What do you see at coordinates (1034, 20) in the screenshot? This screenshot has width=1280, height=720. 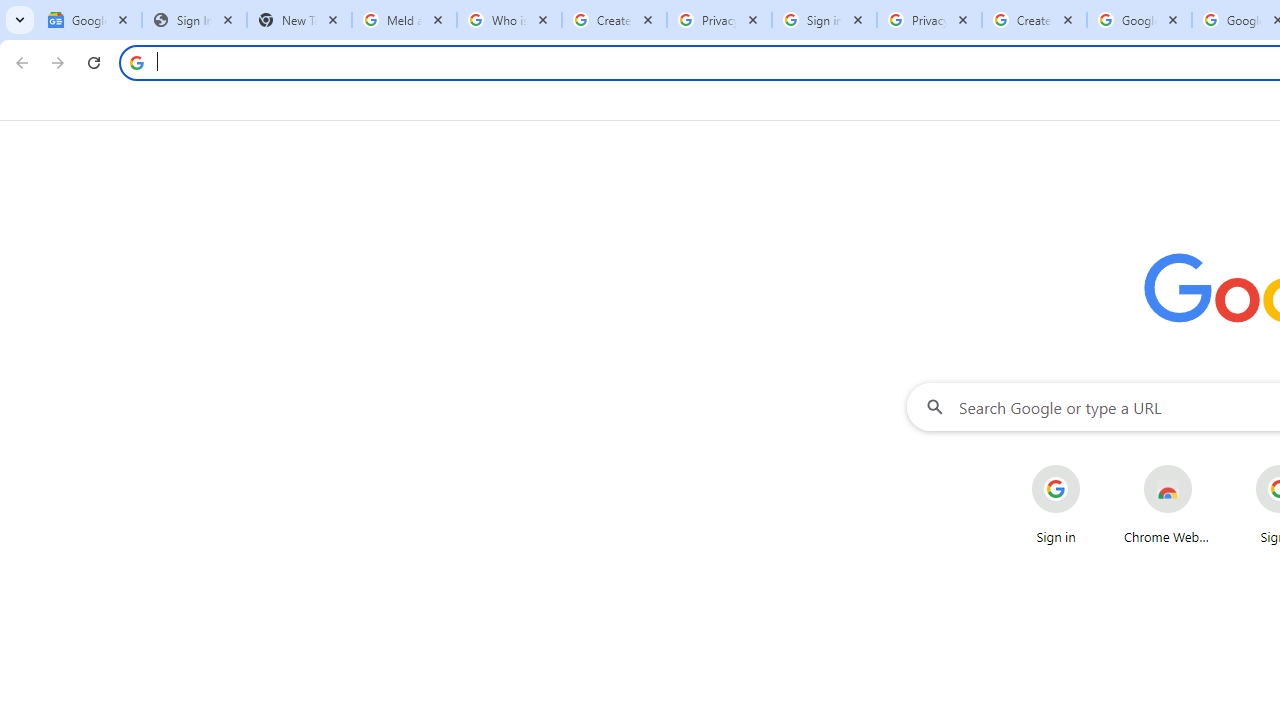 I see `'Create your Google Account'` at bounding box center [1034, 20].